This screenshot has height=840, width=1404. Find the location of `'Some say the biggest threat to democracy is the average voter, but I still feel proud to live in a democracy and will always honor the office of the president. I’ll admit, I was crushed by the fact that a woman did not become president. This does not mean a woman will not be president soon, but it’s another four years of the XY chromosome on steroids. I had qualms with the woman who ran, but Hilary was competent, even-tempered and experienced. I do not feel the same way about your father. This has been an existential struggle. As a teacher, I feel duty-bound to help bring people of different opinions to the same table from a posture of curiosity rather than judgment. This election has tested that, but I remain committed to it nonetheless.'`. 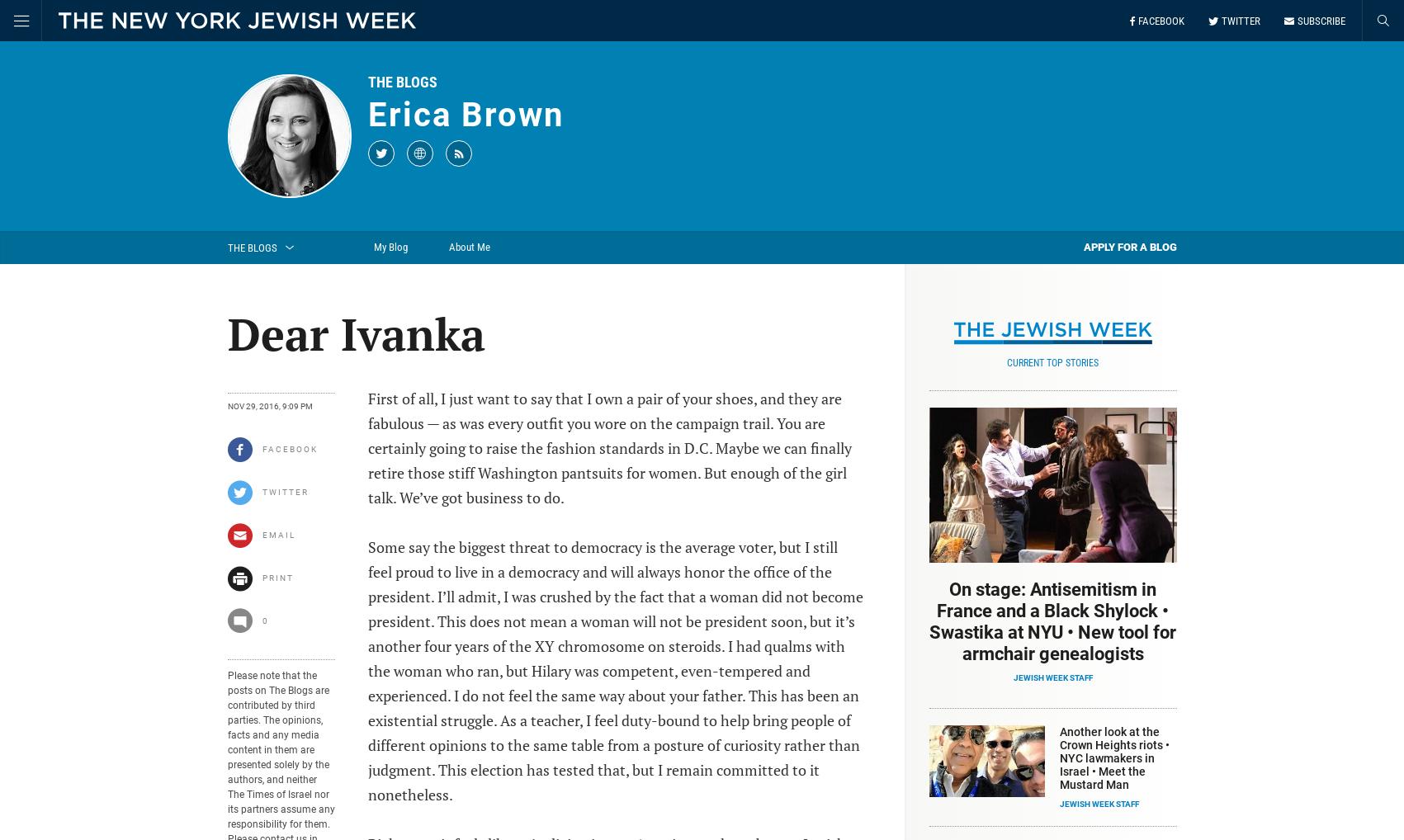

'Some say the biggest threat to democracy is the average voter, but I still feel proud to live in a democracy and will always honor the office of the president. I’ll admit, I was crushed by the fact that a woman did not become president. This does not mean a woman will not be president soon, but it’s another four years of the XY chromosome on steroids. I had qualms with the woman who ran, but Hilary was competent, even-tempered and experienced. I do not feel the same way about your father. This has been an existential struggle. As a teacher, I feel duty-bound to help bring people of different opinions to the same table from a posture of curiosity rather than judgment. This election has tested that, but I remain committed to it nonetheless.' is located at coordinates (615, 670).